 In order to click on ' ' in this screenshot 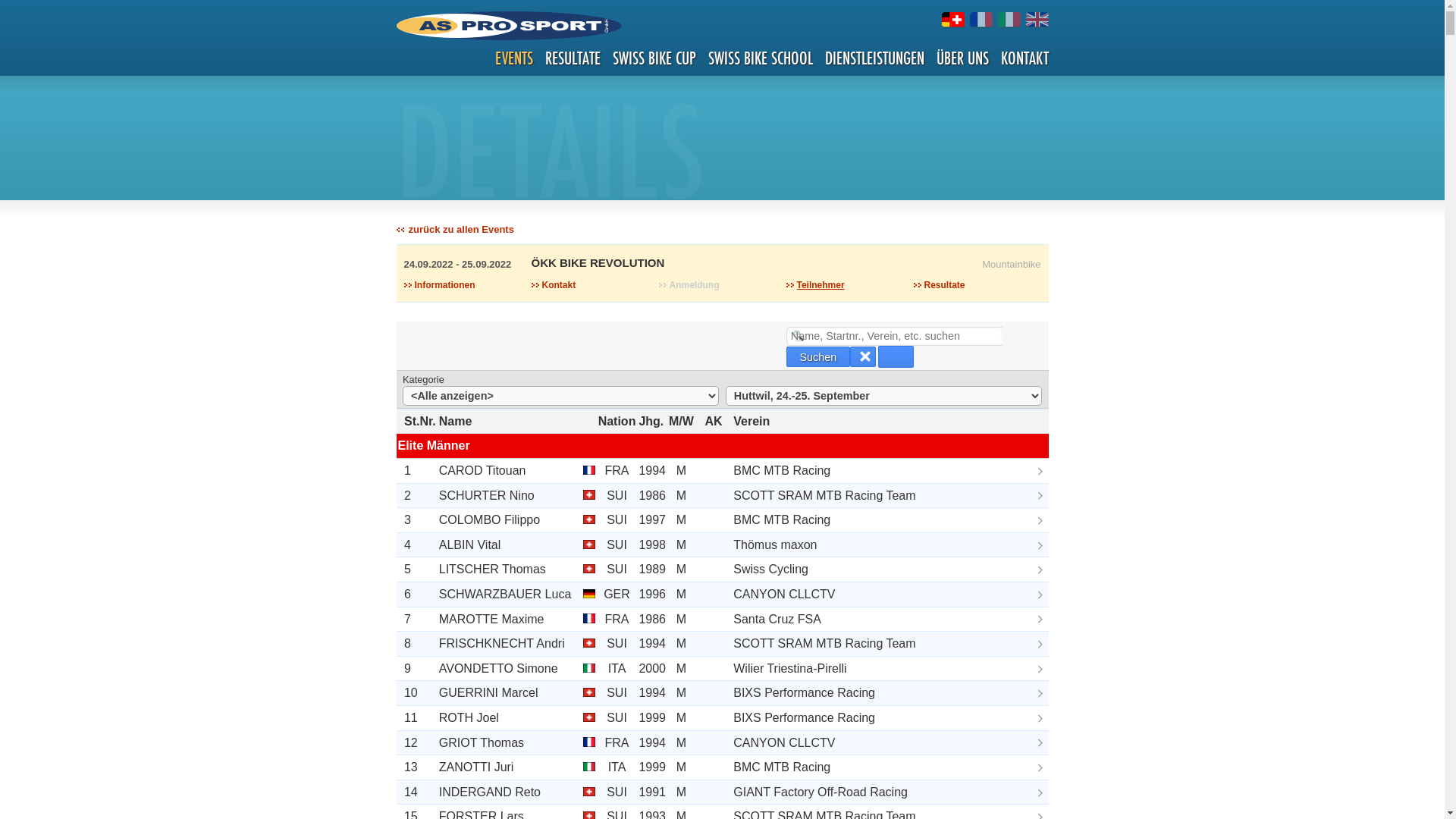, I will do `click(896, 356)`.